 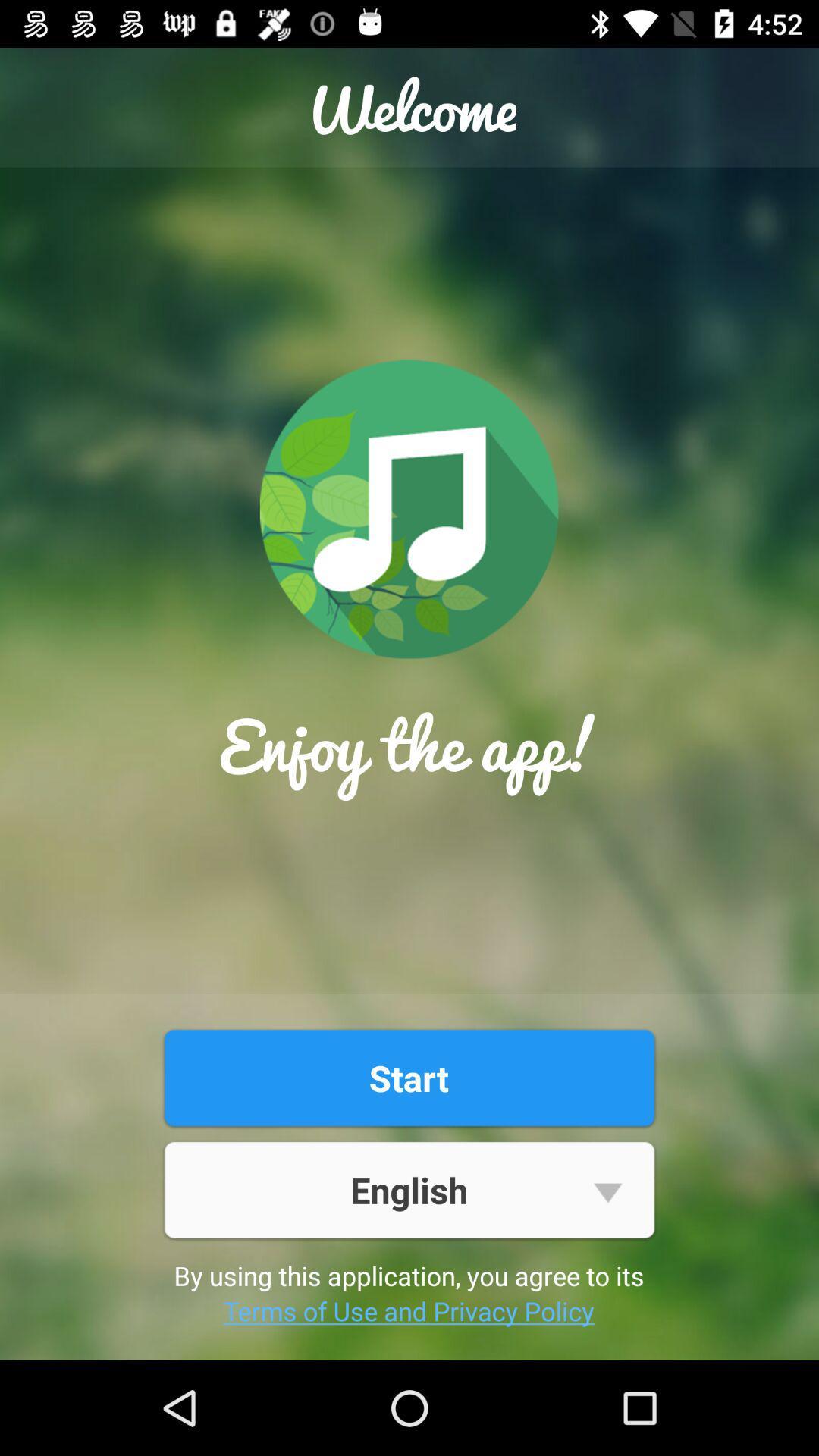 I want to click on app above the by using this app, so click(x=408, y=1189).